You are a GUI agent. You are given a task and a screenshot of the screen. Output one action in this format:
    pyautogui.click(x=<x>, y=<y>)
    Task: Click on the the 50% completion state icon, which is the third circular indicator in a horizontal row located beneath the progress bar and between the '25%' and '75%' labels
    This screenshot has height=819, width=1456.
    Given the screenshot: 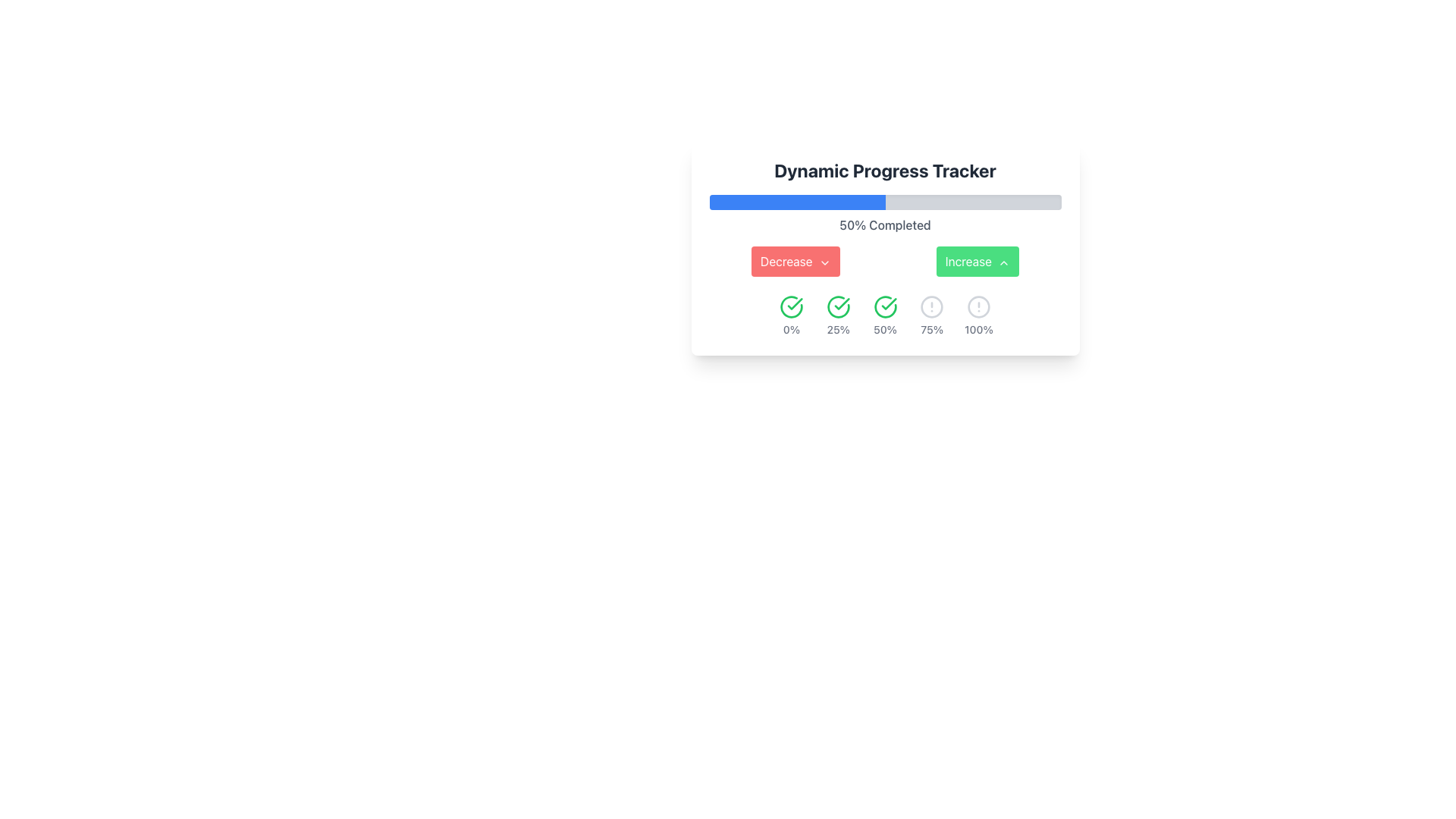 What is the action you would take?
    pyautogui.click(x=885, y=307)
    